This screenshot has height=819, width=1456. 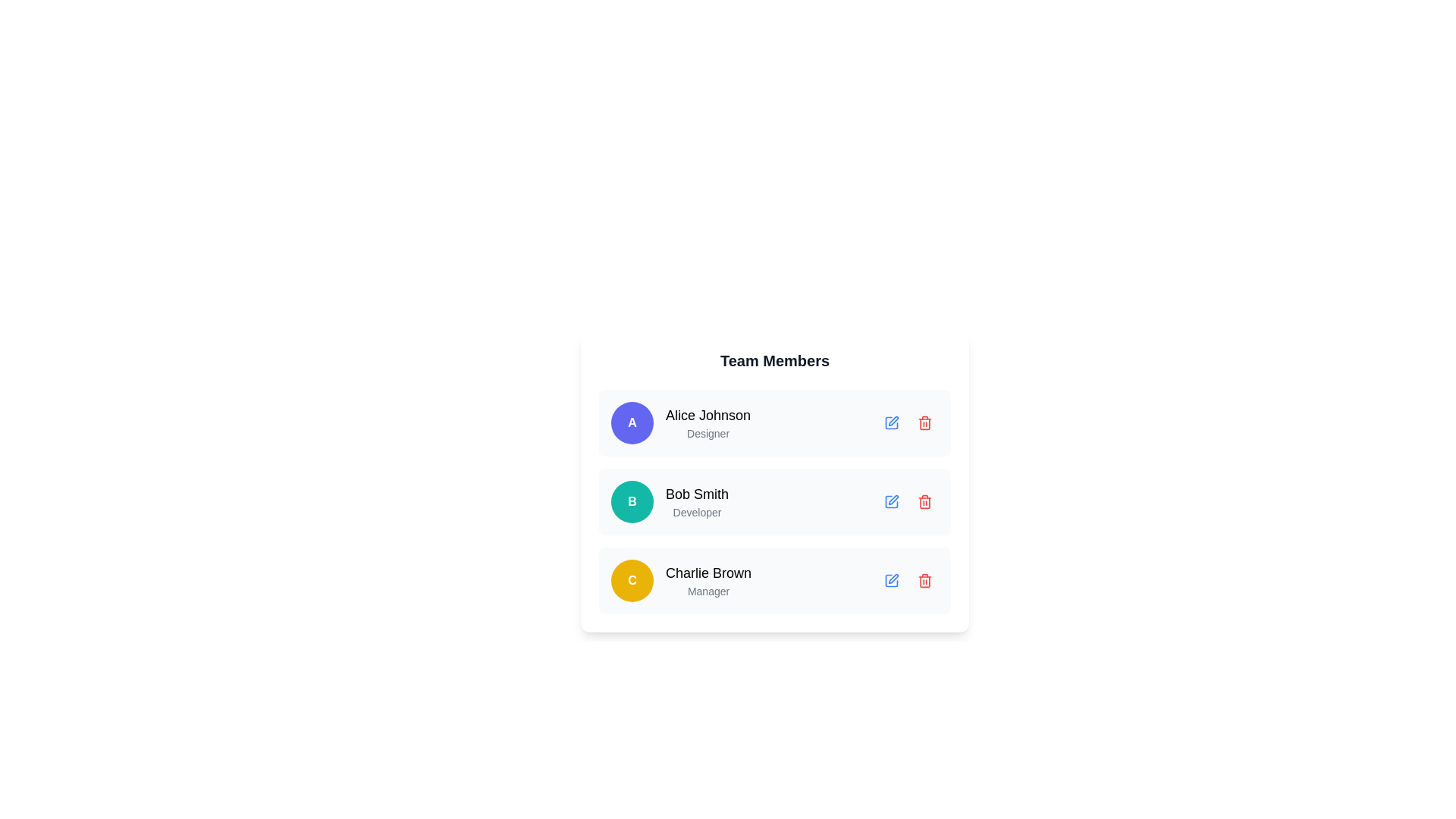 What do you see at coordinates (892, 423) in the screenshot?
I see `the edit button located to the right of 'Alice Johnson' in the 'Team Members' list` at bounding box center [892, 423].